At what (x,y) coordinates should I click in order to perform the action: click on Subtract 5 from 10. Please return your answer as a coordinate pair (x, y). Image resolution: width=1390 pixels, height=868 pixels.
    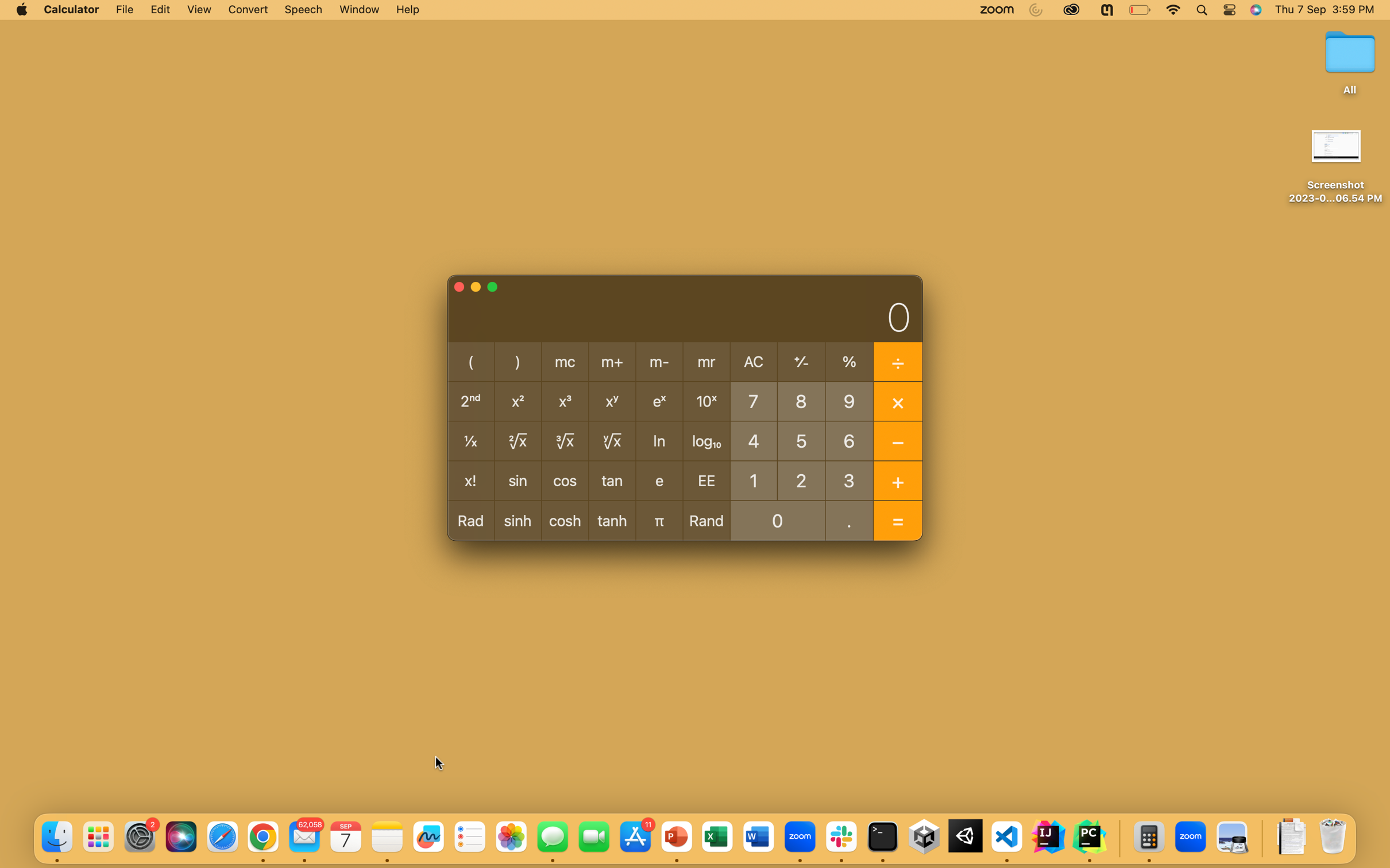
    Looking at the image, I should click on (753, 479).